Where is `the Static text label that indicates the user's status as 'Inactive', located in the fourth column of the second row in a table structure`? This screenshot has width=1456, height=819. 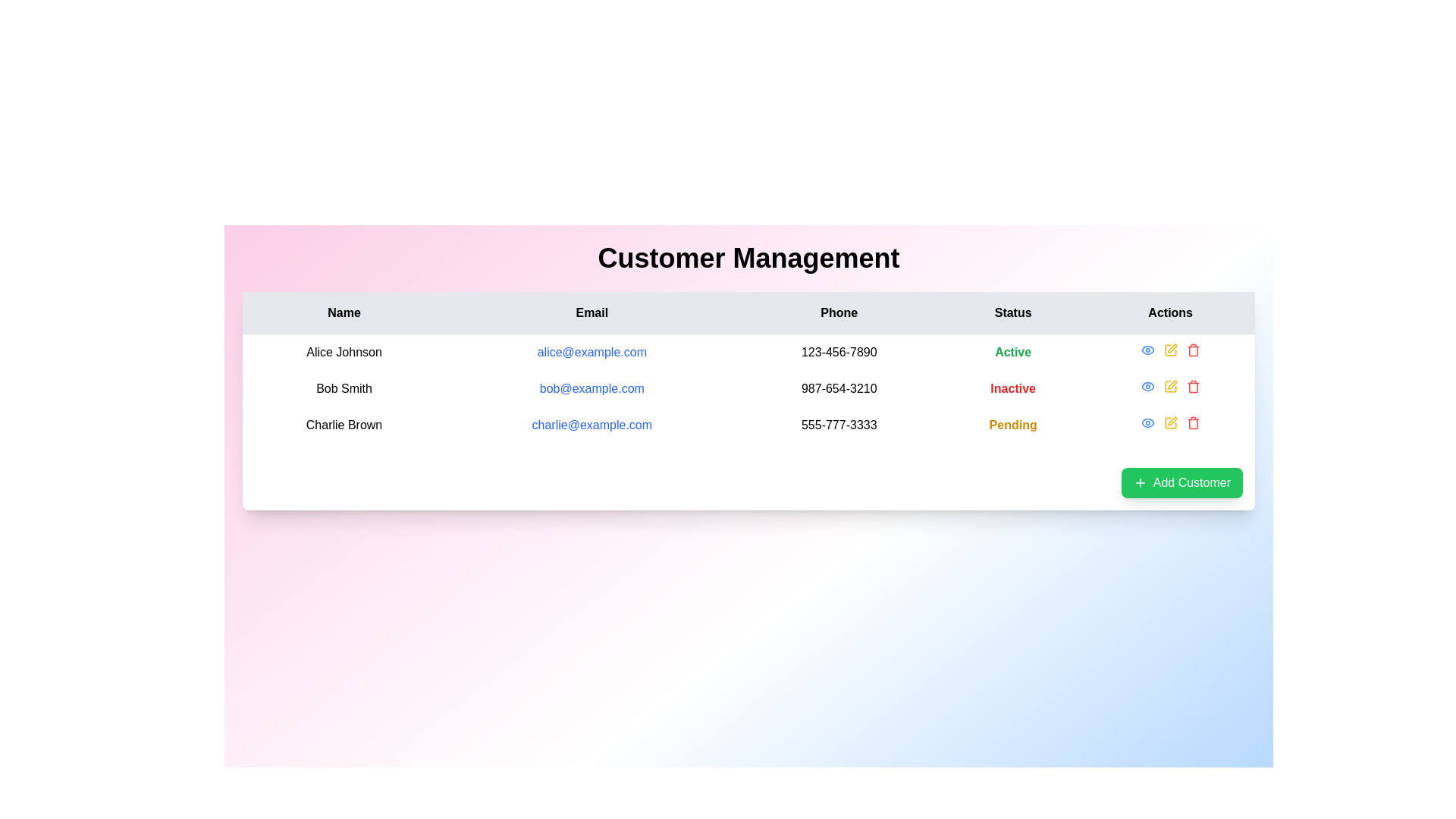 the Static text label that indicates the user's status as 'Inactive', located in the fourth column of the second row in a table structure is located at coordinates (1013, 388).